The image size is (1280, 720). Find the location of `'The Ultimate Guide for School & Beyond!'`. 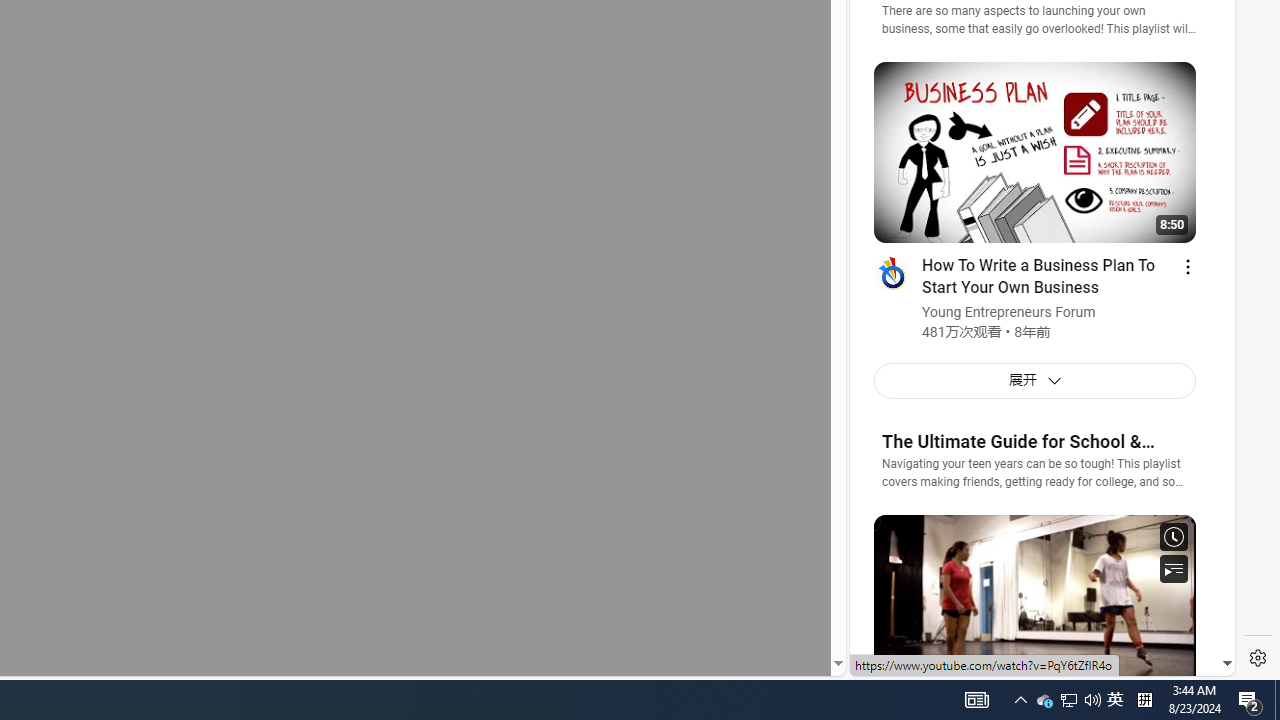

'The Ultimate Guide for School & Beyond!' is located at coordinates (1038, 441).